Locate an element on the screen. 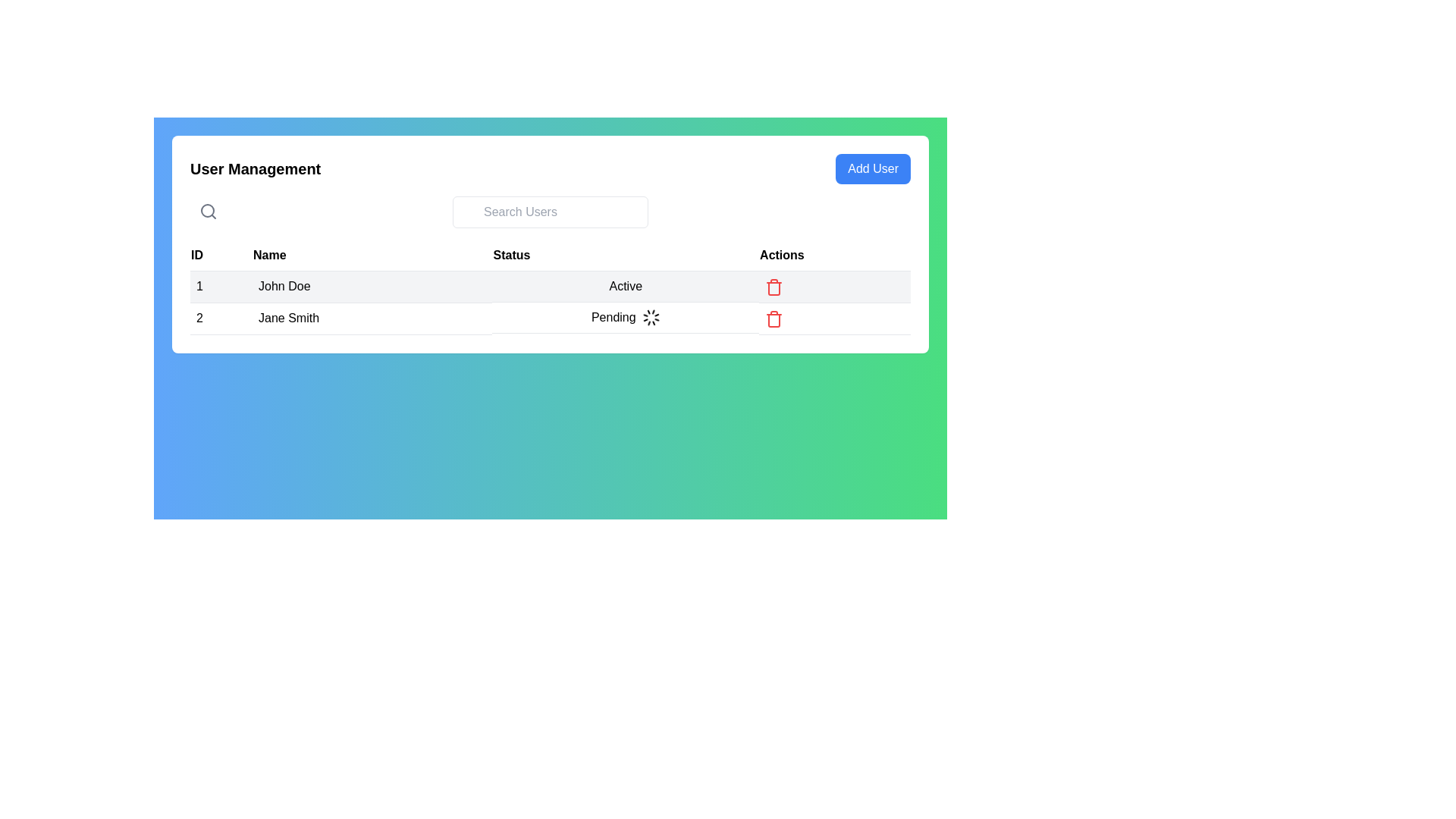 The width and height of the screenshot is (1456, 819). to select the second row in the user table, which displays user information and interaction buttons is located at coordinates (549, 302).